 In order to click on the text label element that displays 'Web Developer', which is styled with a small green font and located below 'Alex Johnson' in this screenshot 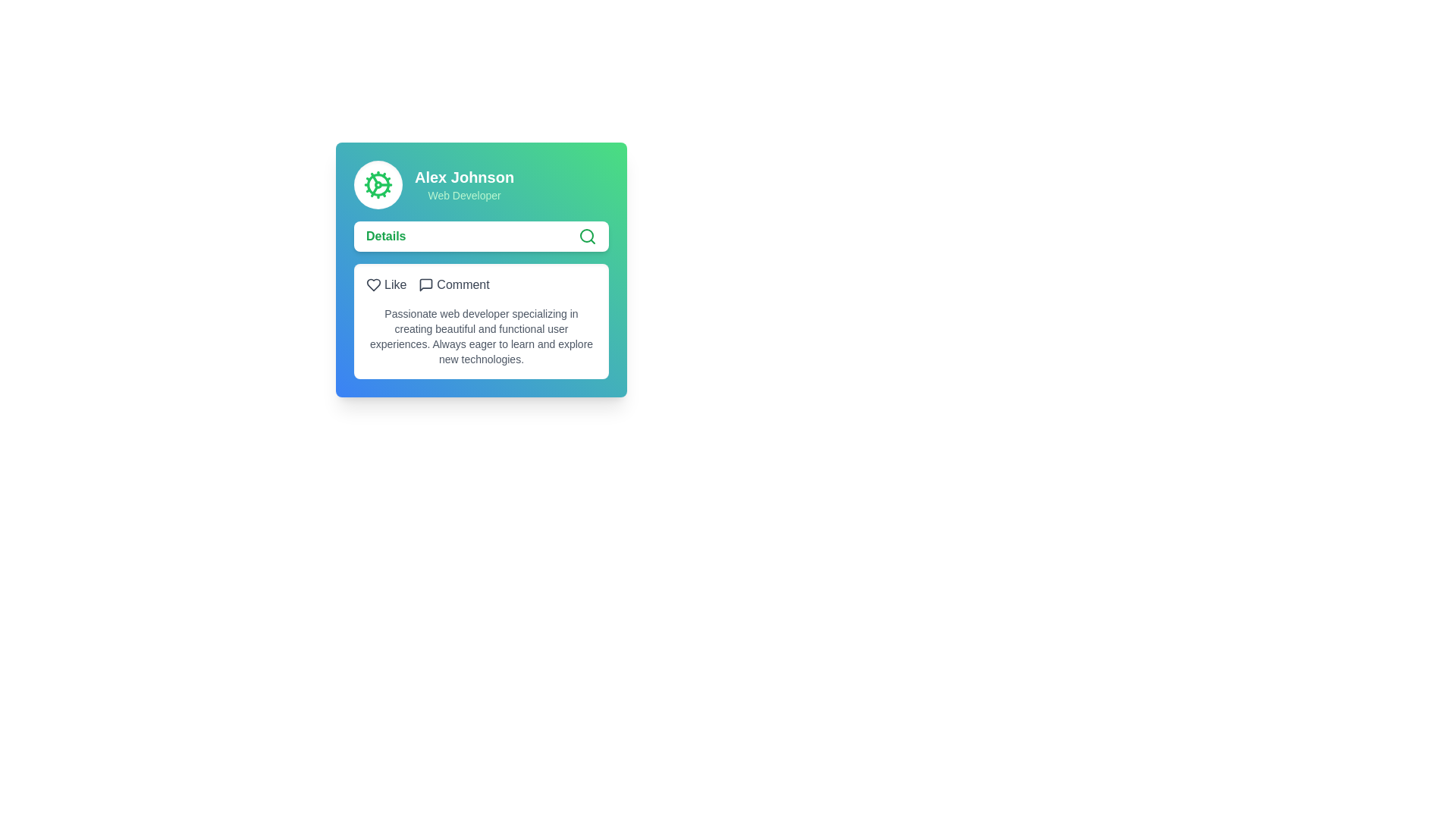, I will do `click(463, 195)`.